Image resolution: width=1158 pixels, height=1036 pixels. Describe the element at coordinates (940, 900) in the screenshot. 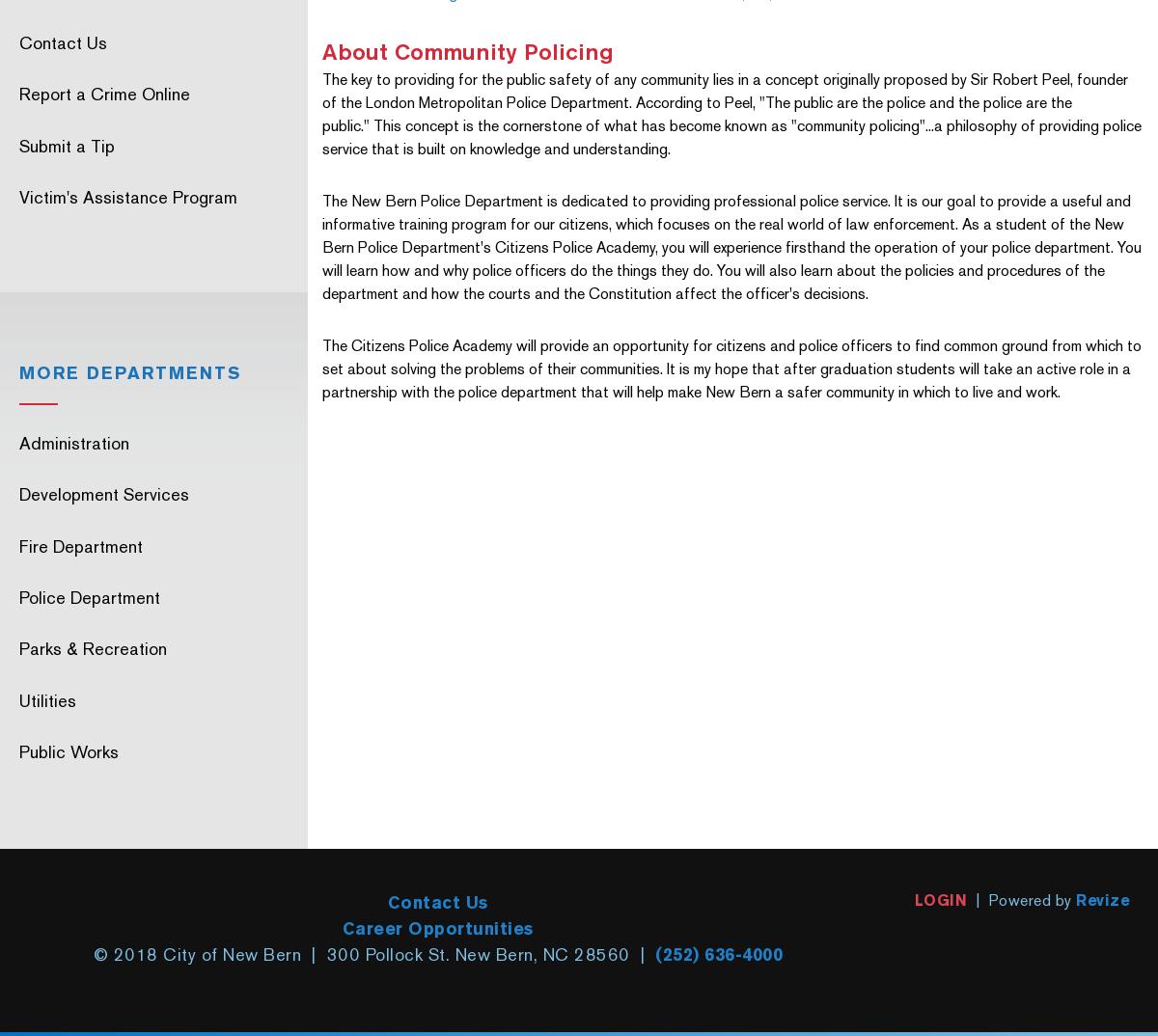

I see `'LOGIN'` at that location.